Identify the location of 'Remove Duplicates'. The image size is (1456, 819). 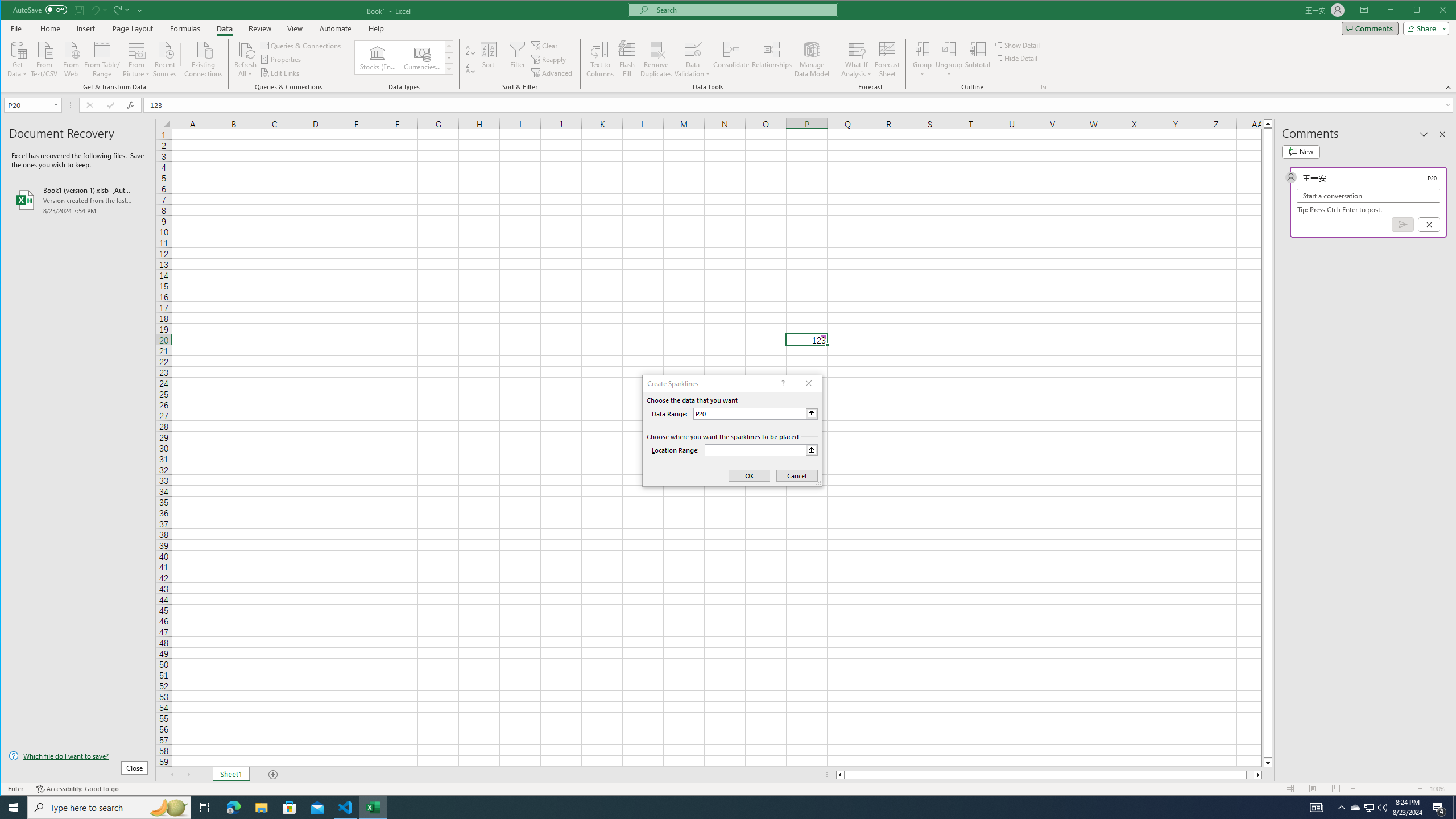
(656, 59).